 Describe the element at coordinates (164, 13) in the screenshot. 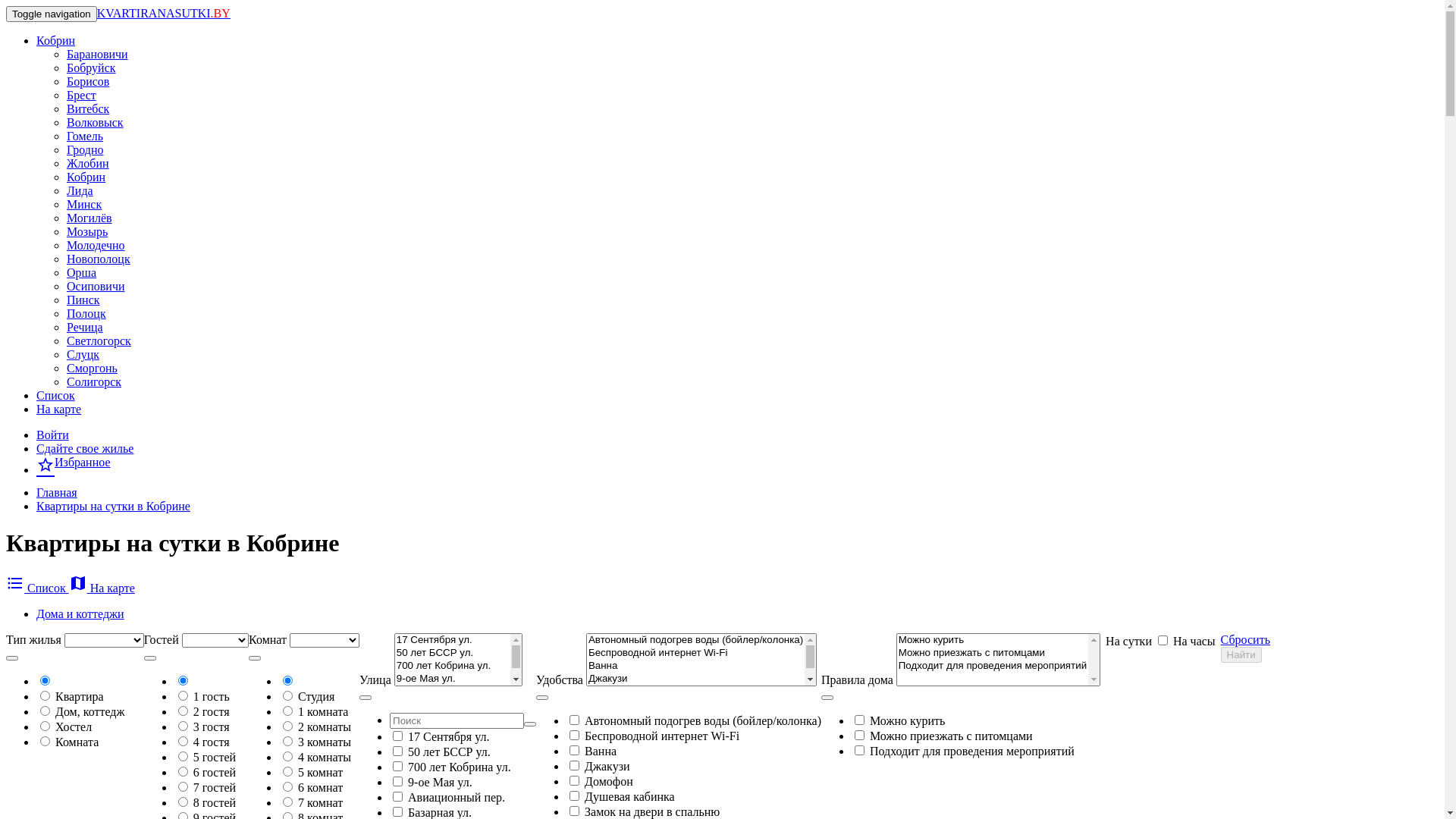

I see `'KVARTIRANASUTKI.BY'` at that location.